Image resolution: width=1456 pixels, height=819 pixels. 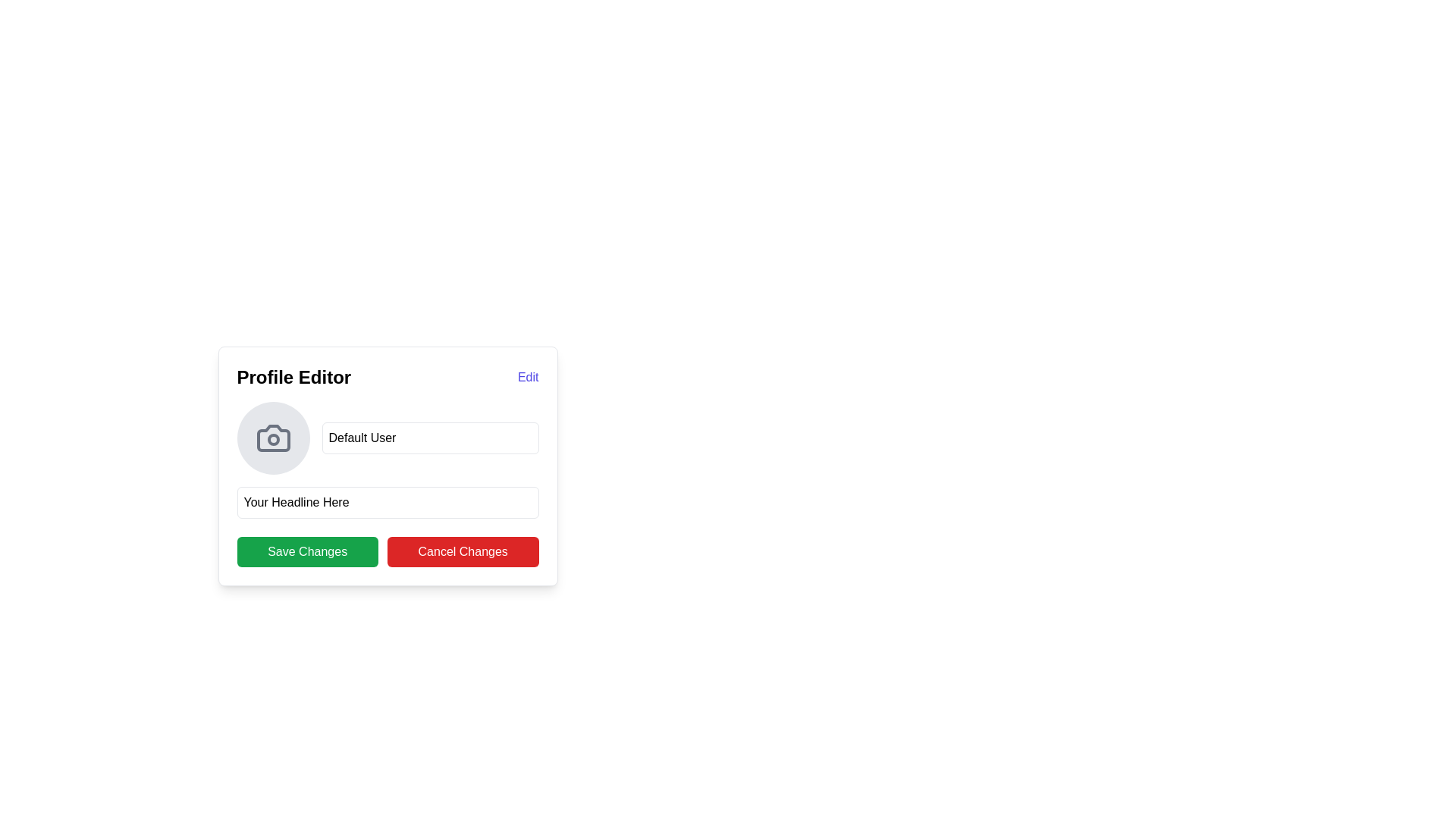 I want to click on the decorative SVG circle that visually represents the camera lens in the Profile Editor UI, located to the left of the text 'Default User', so click(x=273, y=439).